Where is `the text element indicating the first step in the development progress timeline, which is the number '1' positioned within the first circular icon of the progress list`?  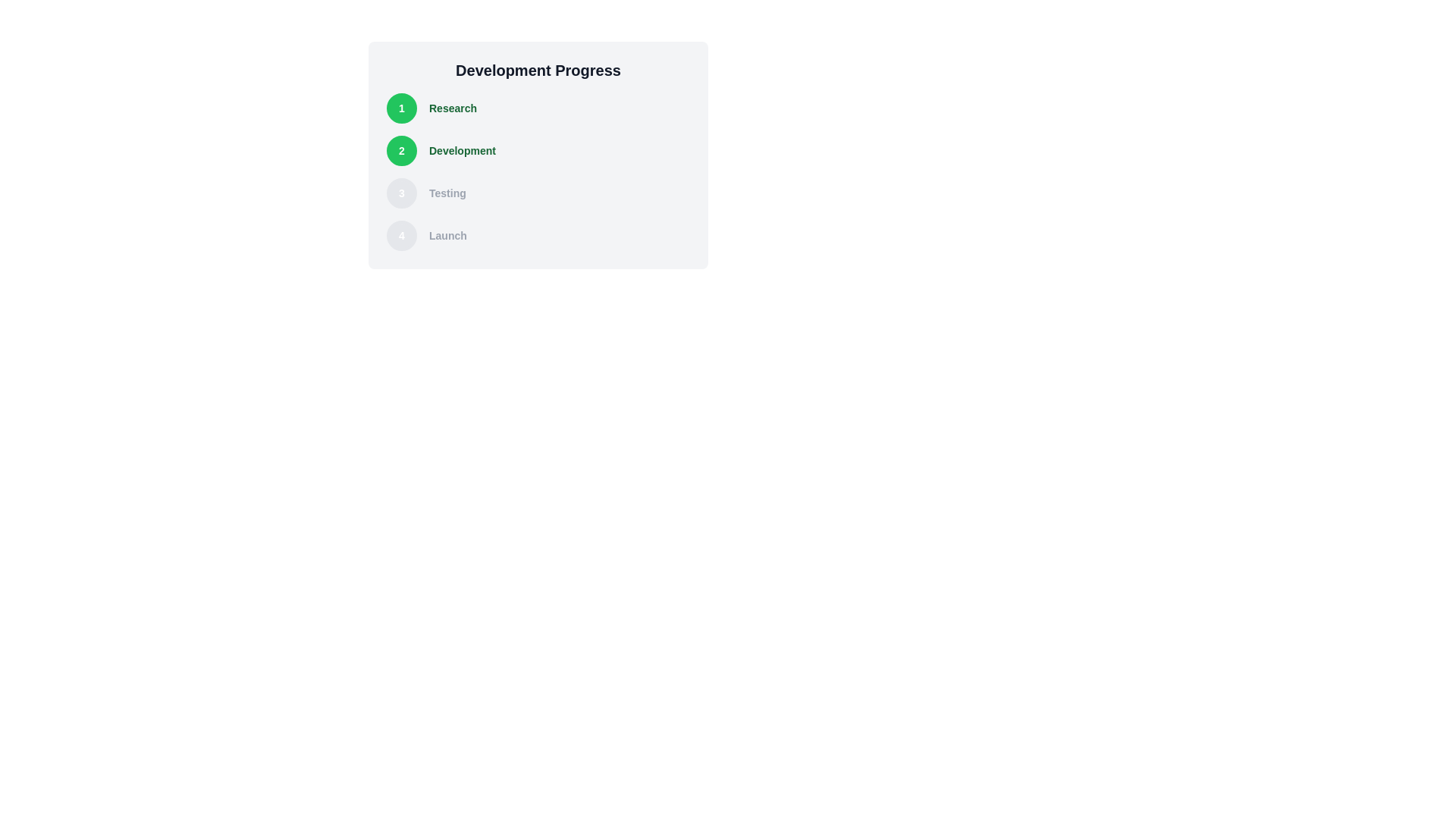
the text element indicating the first step in the development progress timeline, which is the number '1' positioned within the first circular icon of the progress list is located at coordinates (401, 107).